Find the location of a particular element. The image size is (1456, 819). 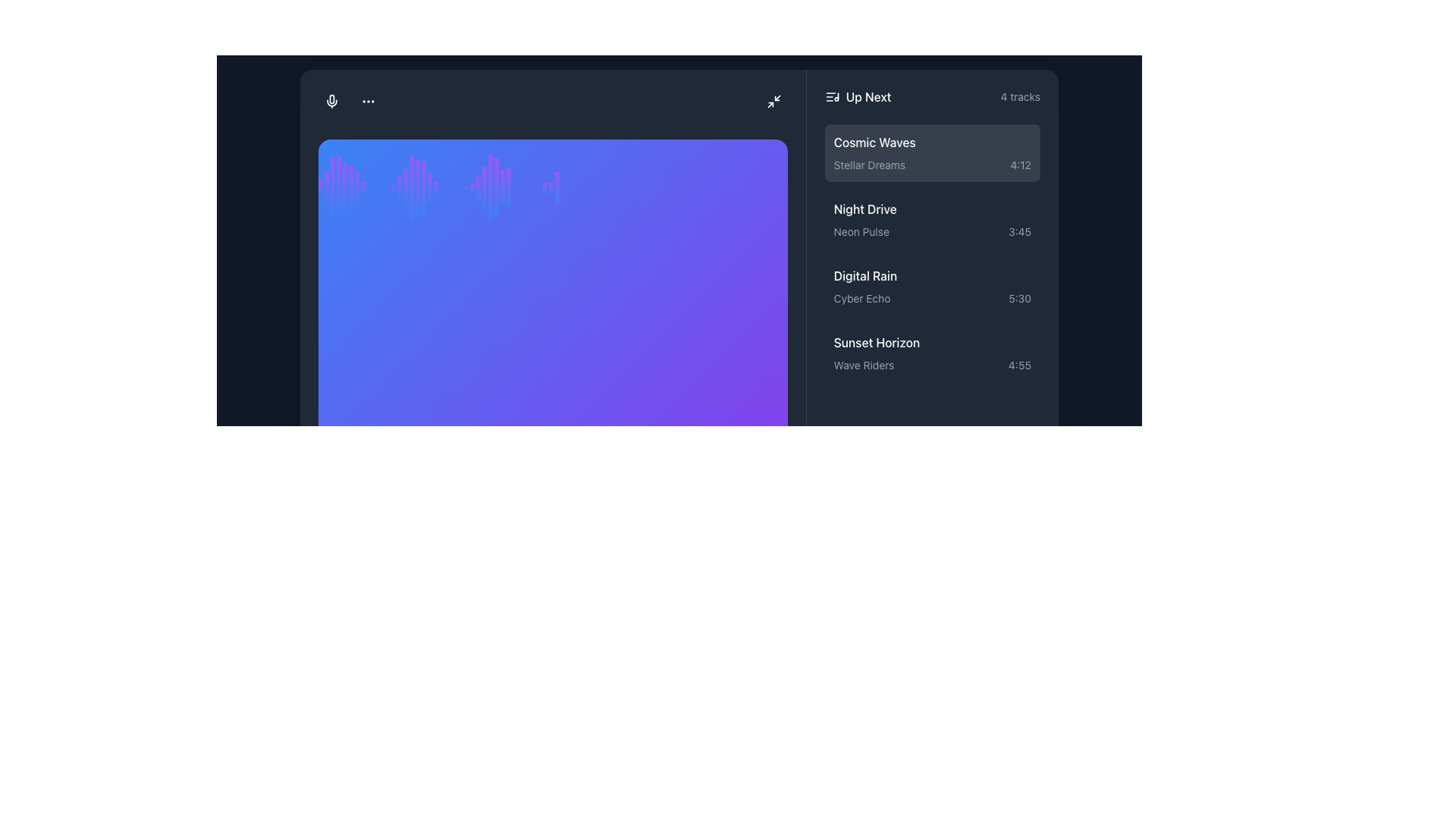

text displayed as 'Up Next', which is styled in white and located near the upper-right area of the interface, adjacent to a musical note icon is located at coordinates (858, 96).